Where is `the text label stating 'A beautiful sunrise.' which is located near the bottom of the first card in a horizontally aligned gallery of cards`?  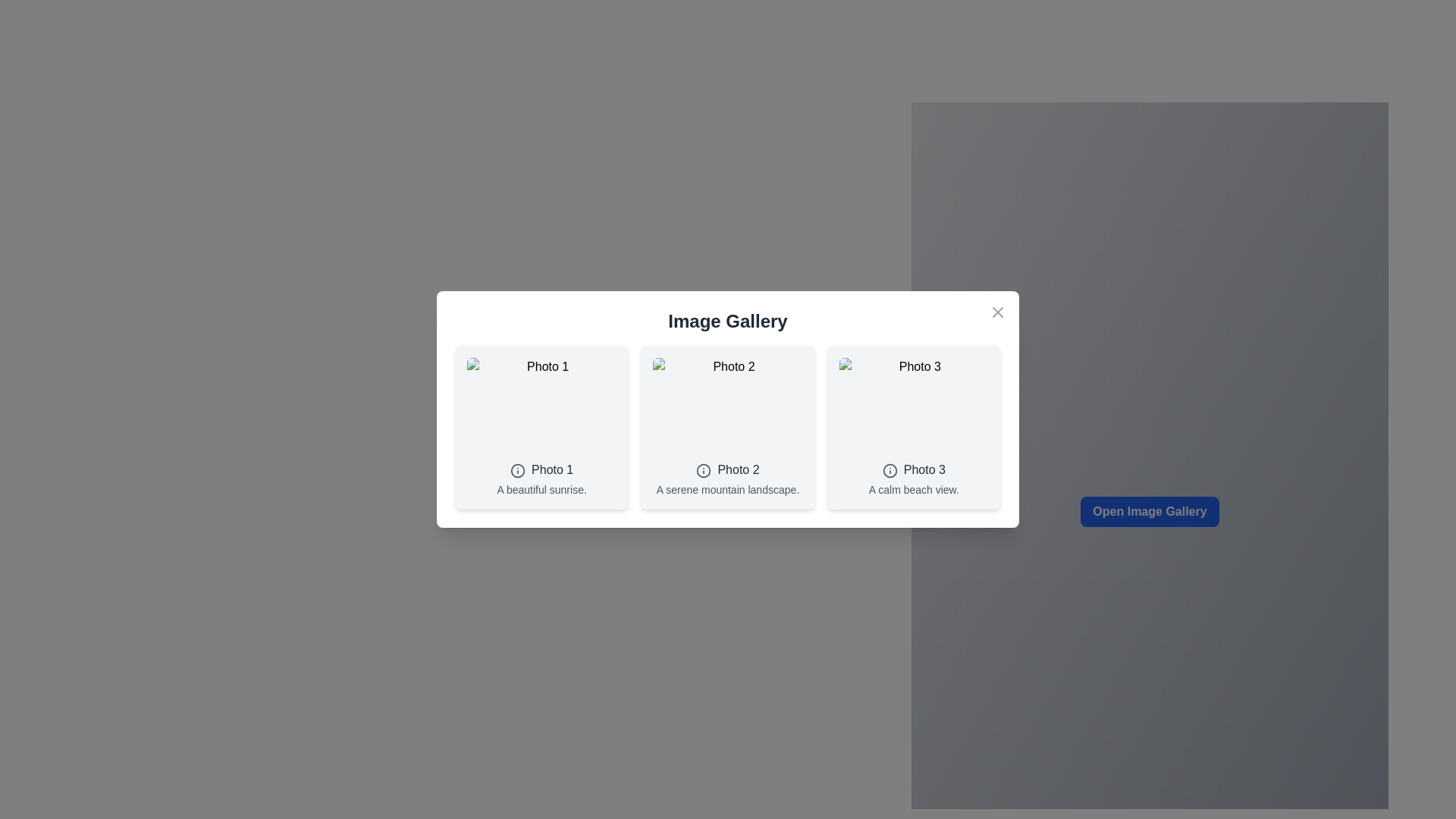
the text label stating 'A beautiful sunrise.' which is located near the bottom of the first card in a horizontally aligned gallery of cards is located at coordinates (541, 489).